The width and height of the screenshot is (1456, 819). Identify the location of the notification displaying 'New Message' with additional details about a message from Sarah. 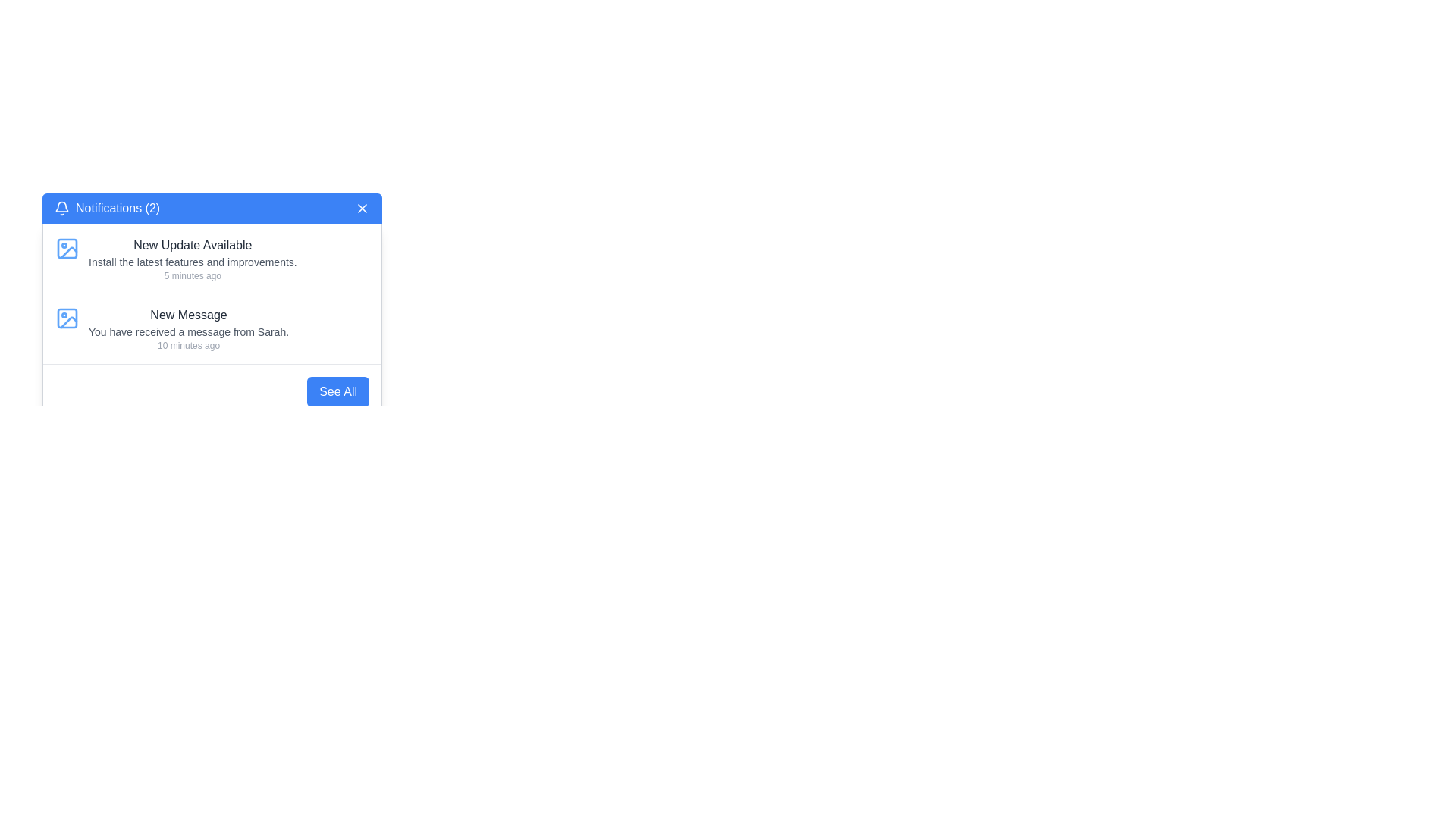
(188, 328).